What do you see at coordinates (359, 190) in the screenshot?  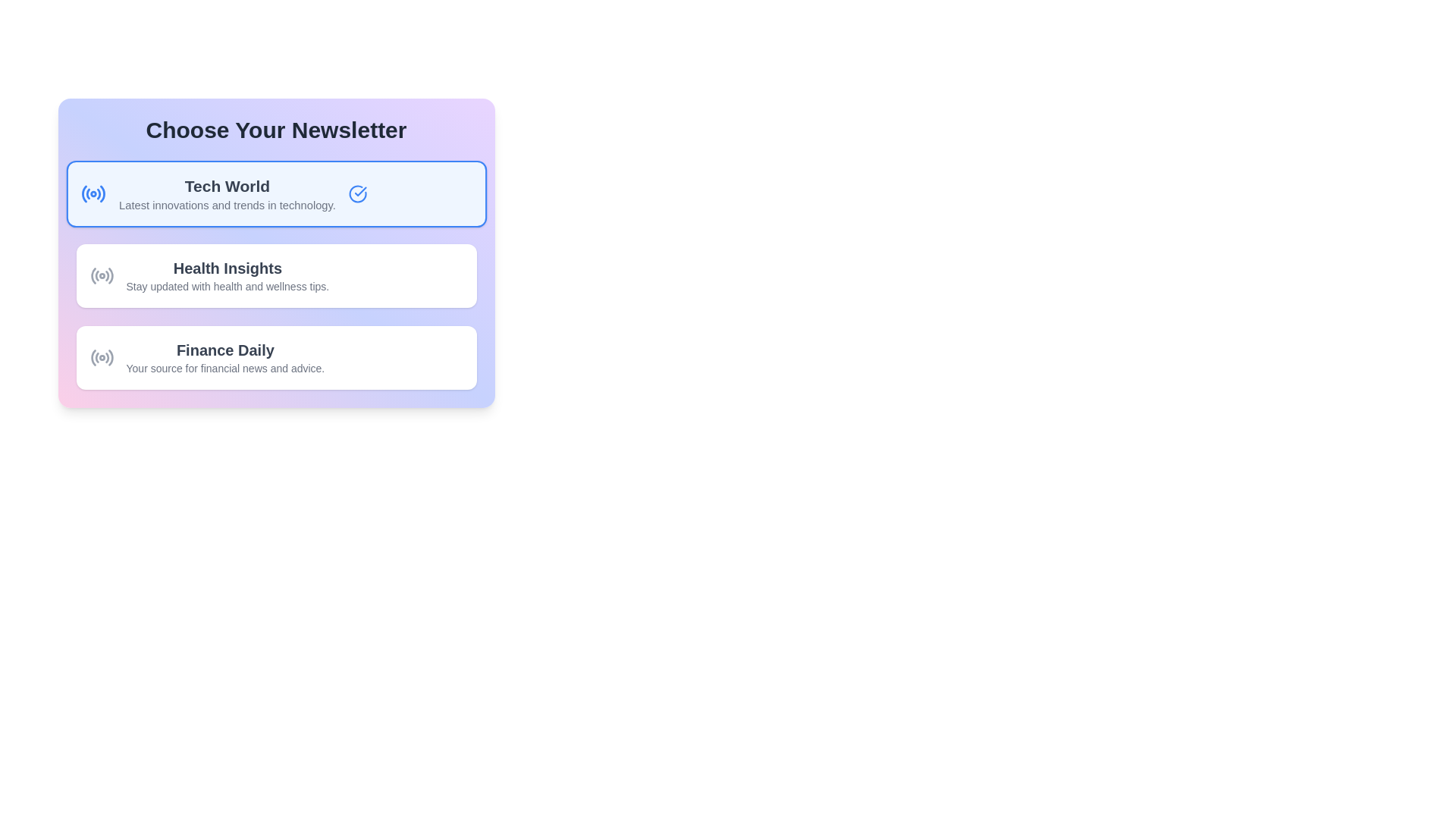 I see `the checkmark icon inside the circular icon, which is located to the right of the 'Tech World' text in the first selection block` at bounding box center [359, 190].